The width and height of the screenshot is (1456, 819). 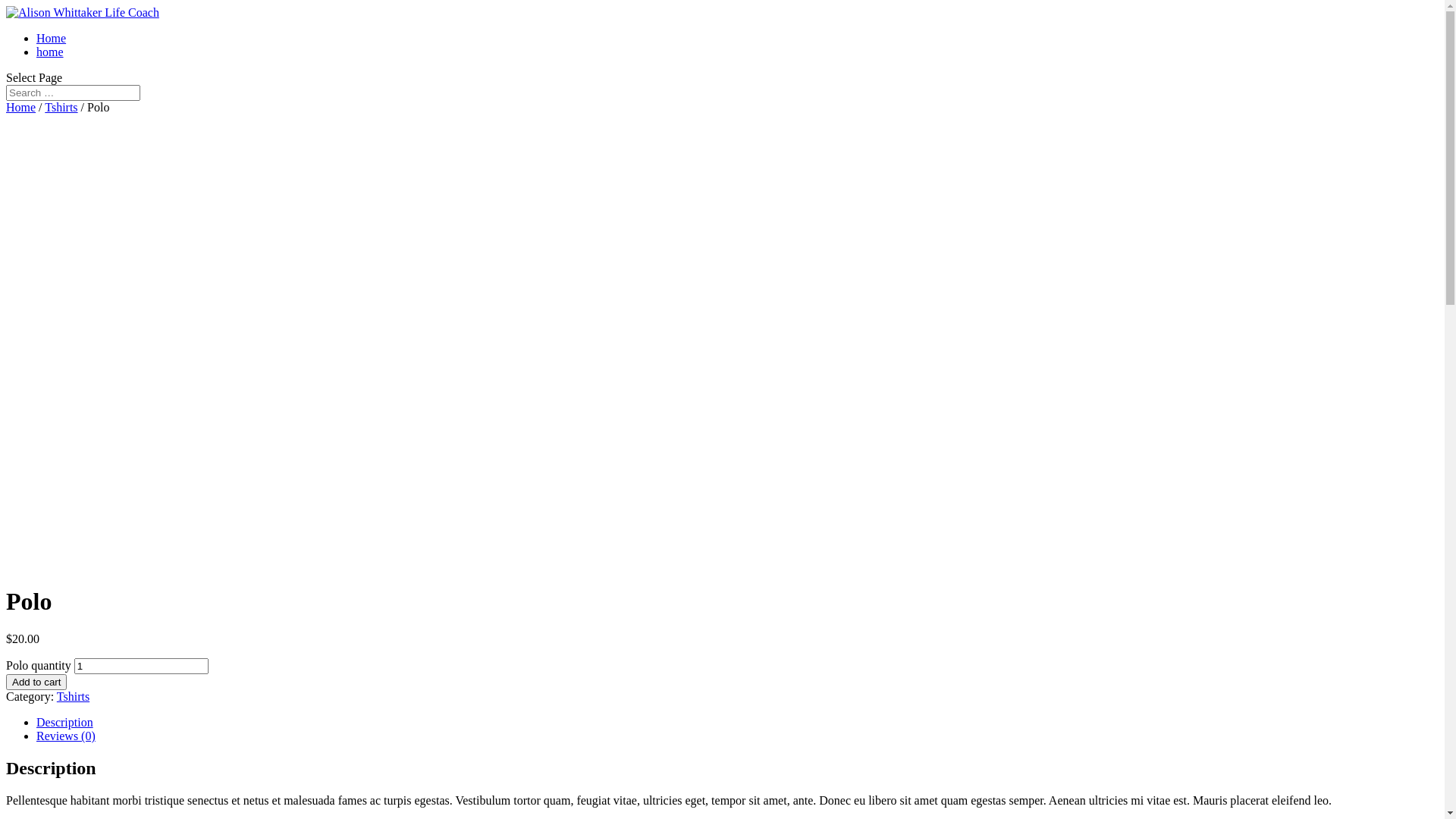 What do you see at coordinates (44, 106) in the screenshot?
I see `'Tshirts'` at bounding box center [44, 106].